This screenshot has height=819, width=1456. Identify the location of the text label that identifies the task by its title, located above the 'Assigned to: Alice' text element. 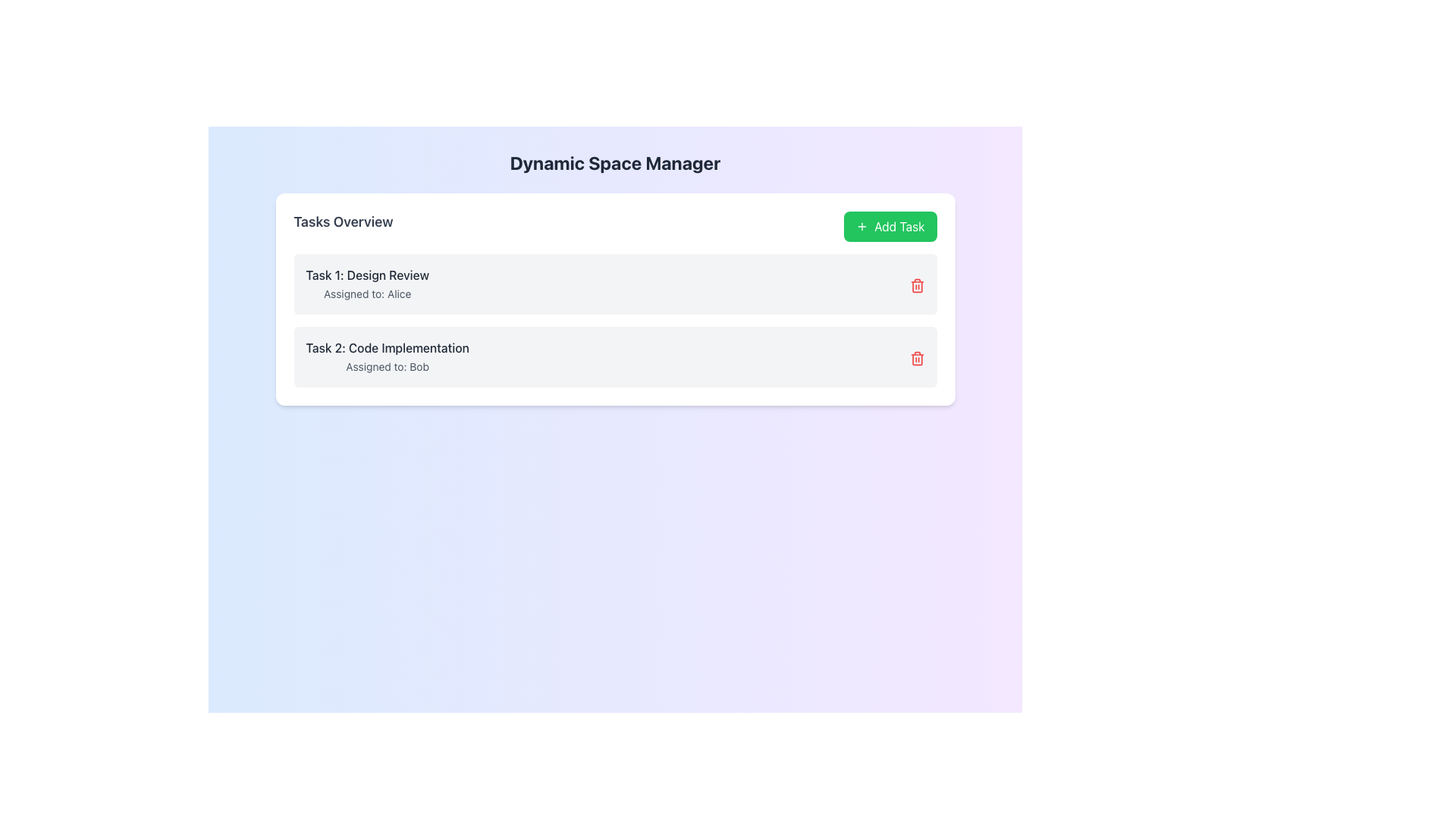
(367, 275).